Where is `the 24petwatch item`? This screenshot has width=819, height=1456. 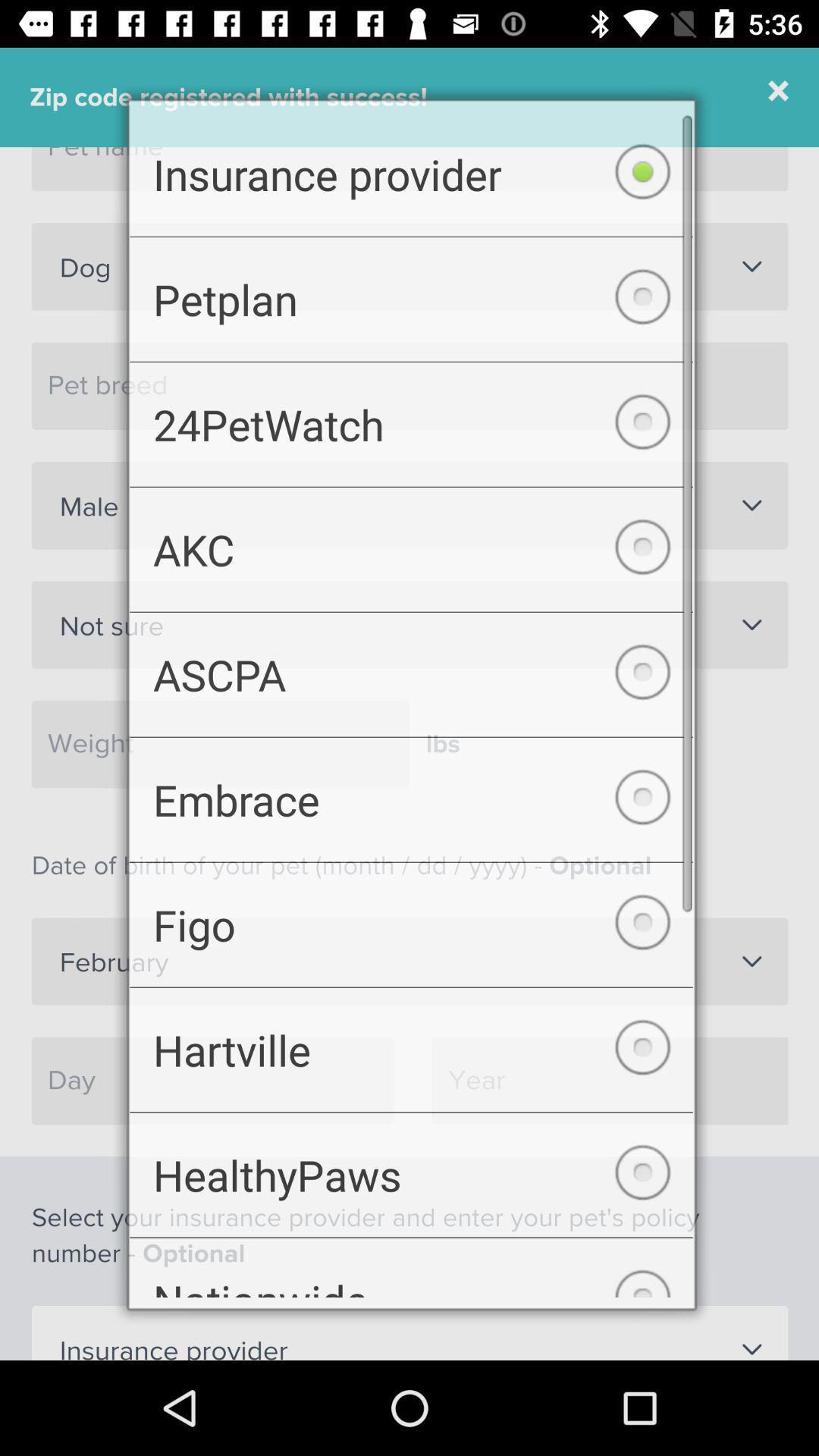
the 24petwatch item is located at coordinates (411, 416).